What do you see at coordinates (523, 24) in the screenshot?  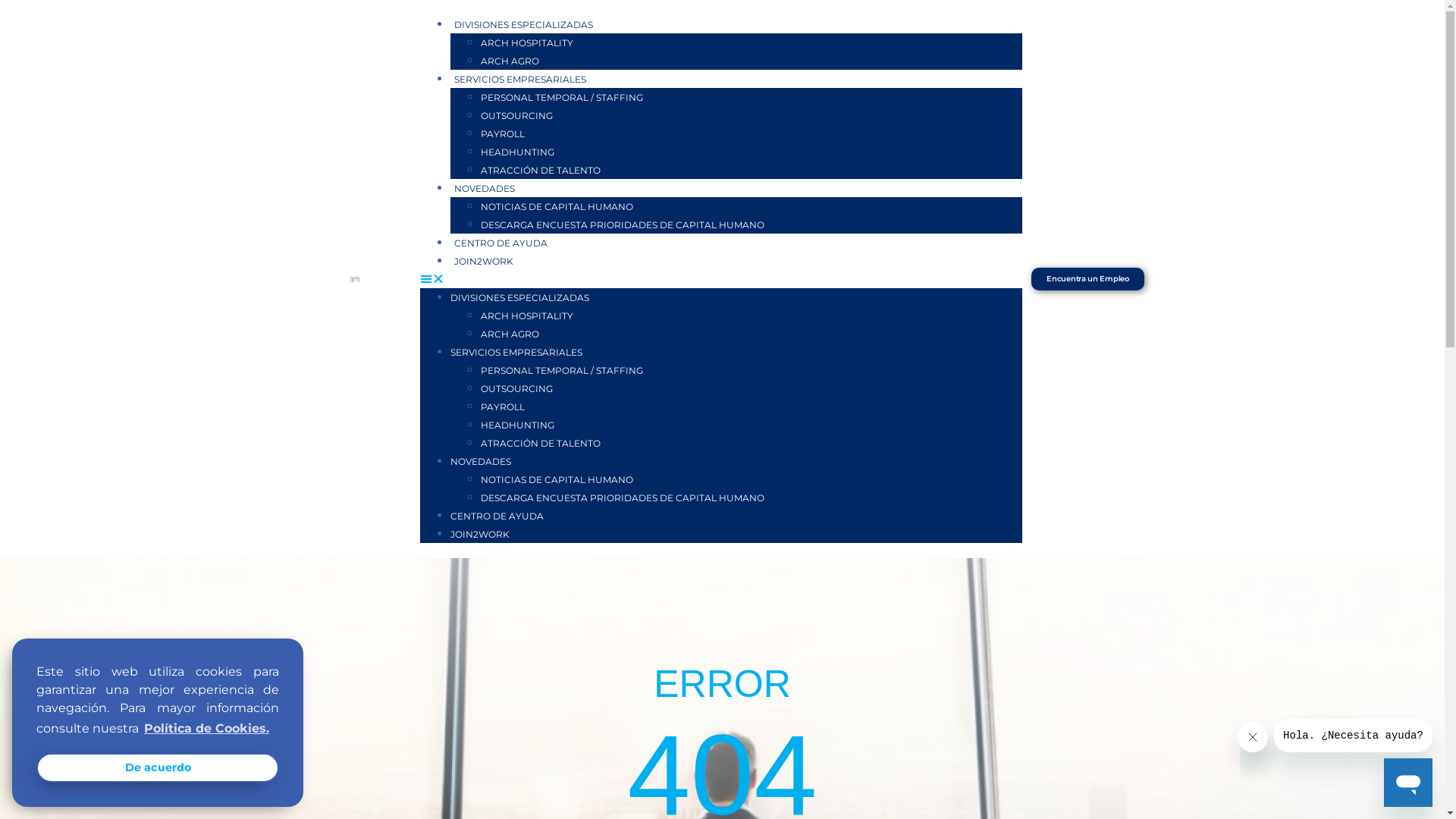 I see `'DIVISIONES ESPECIALIZADAS'` at bounding box center [523, 24].